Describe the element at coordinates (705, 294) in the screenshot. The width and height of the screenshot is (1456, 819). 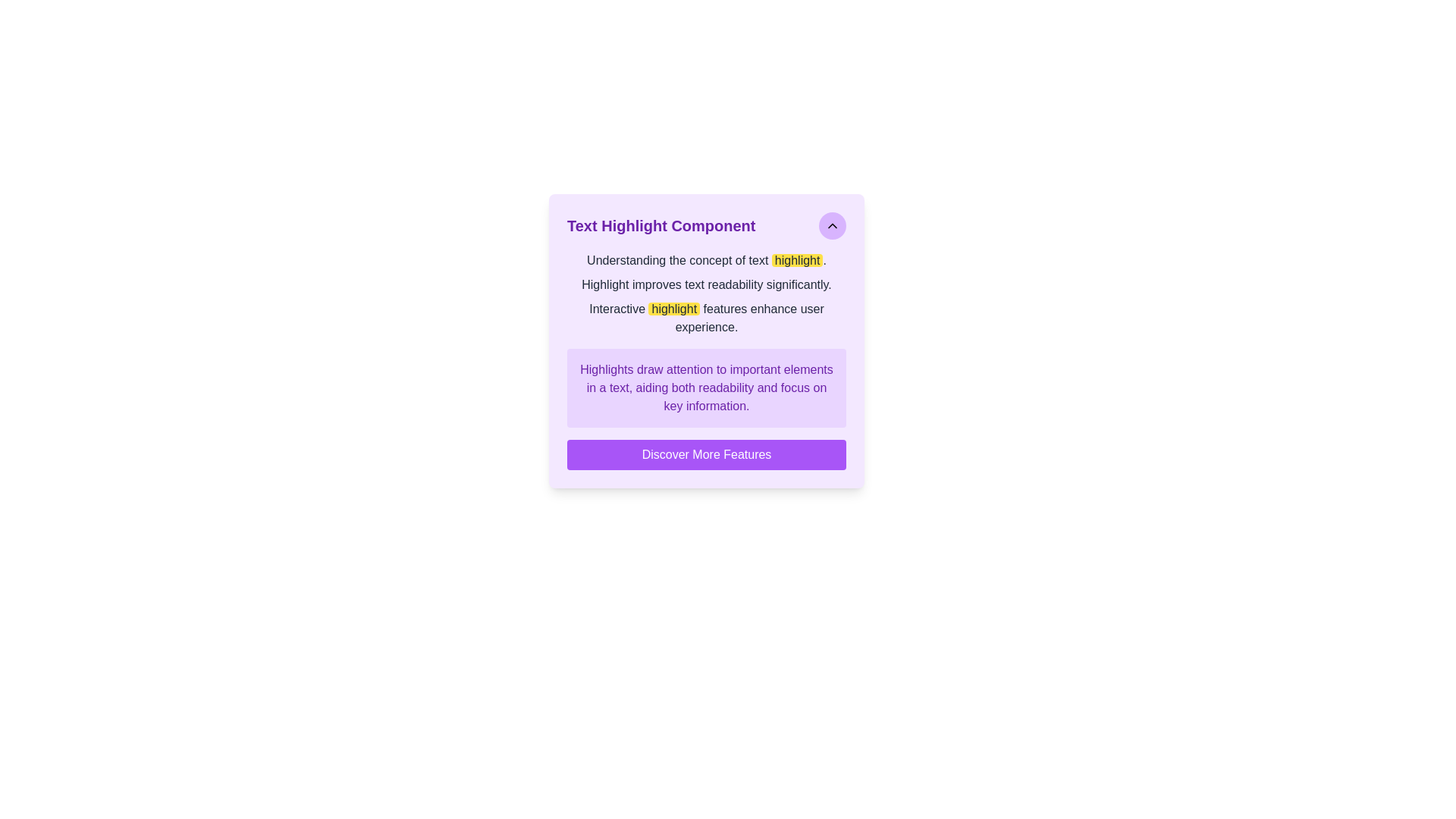
I see `the text block that contains emphasized words like 'highlight' in a panel titled 'Text Highlight Component', positioned centrally with a purple background` at that location.